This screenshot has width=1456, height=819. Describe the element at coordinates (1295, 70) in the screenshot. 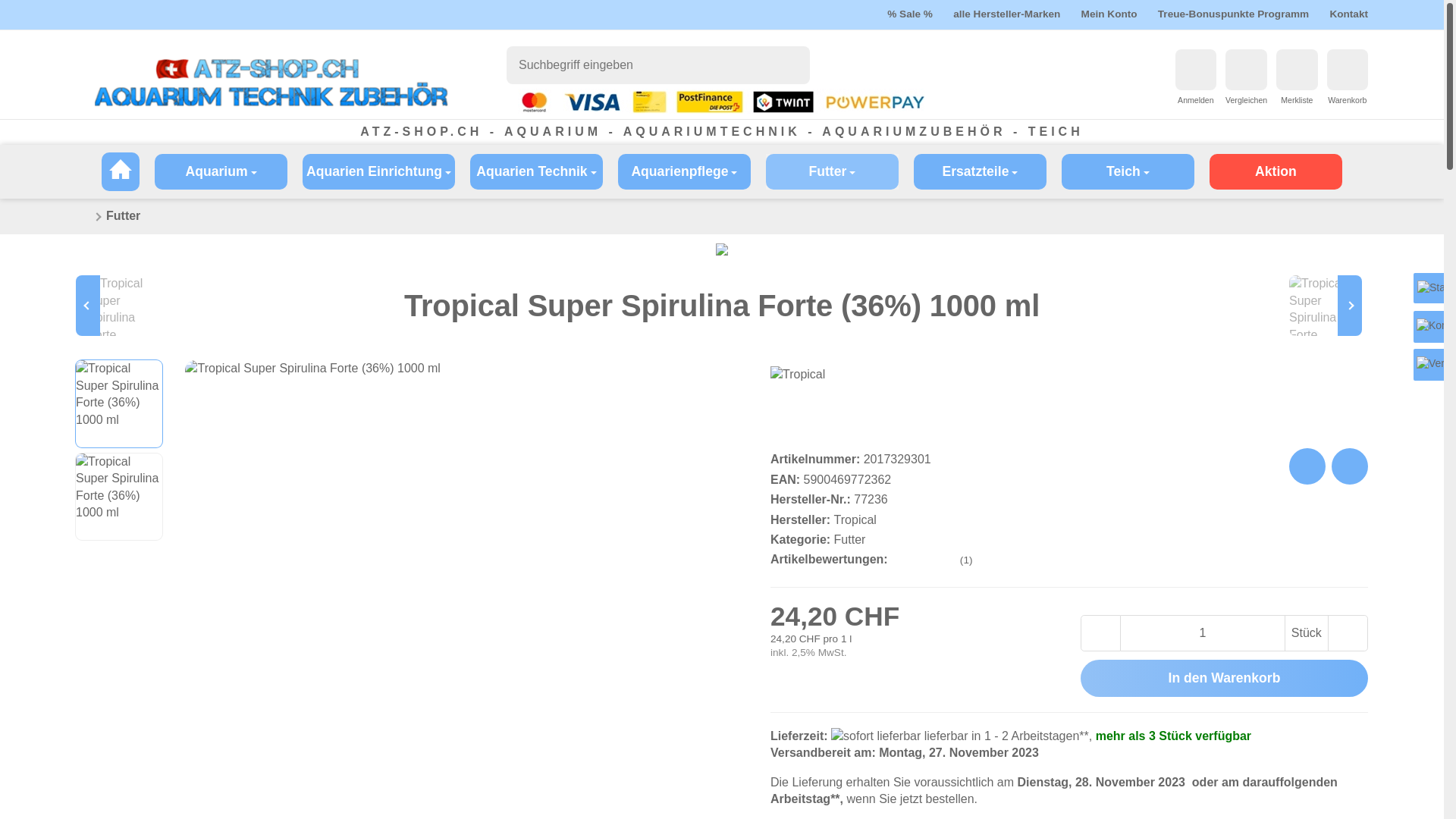

I see `'Zur Merkliste'` at that location.